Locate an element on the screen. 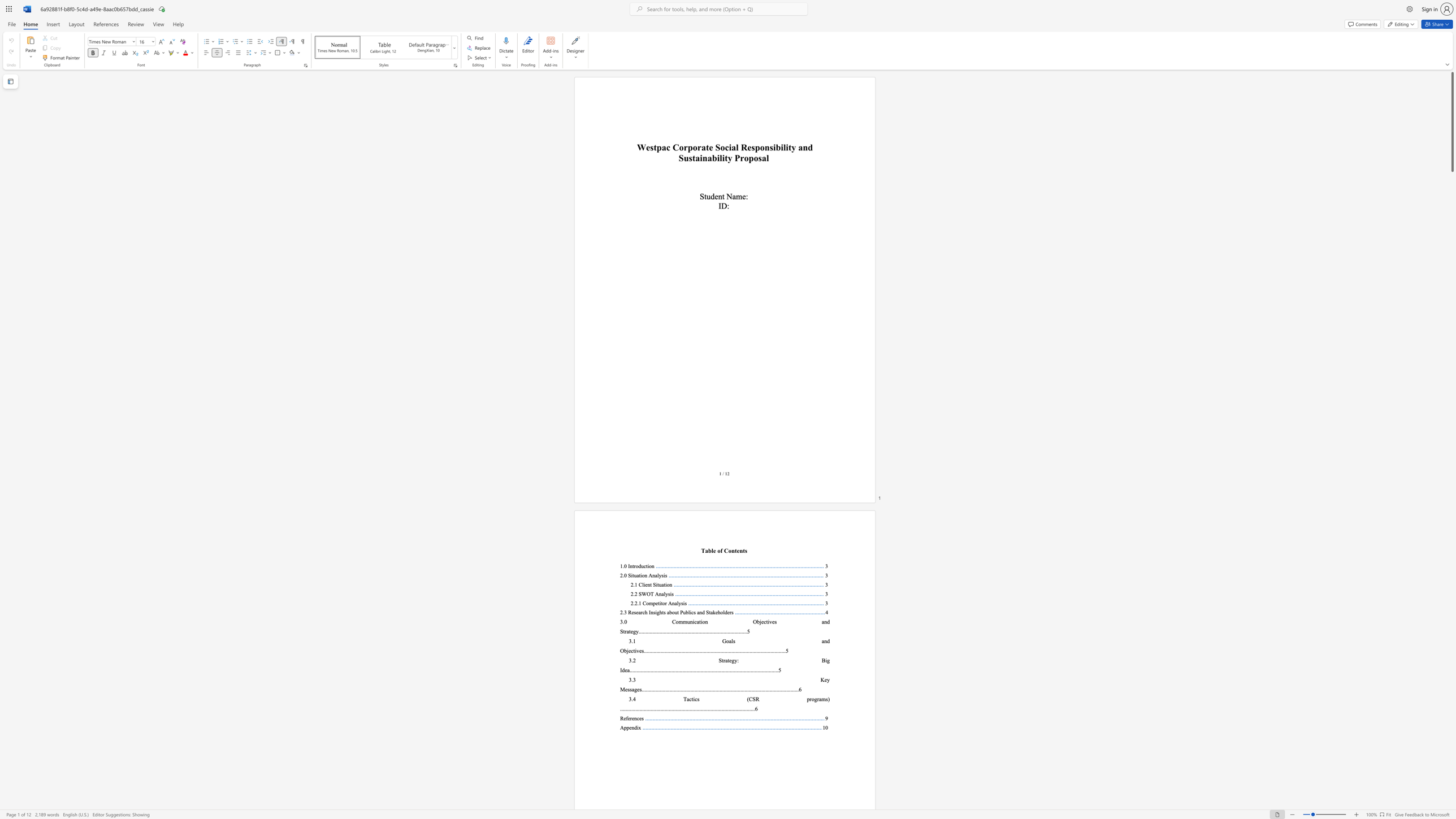  the subset text "...." within the text "........................5" is located at coordinates (778, 650).